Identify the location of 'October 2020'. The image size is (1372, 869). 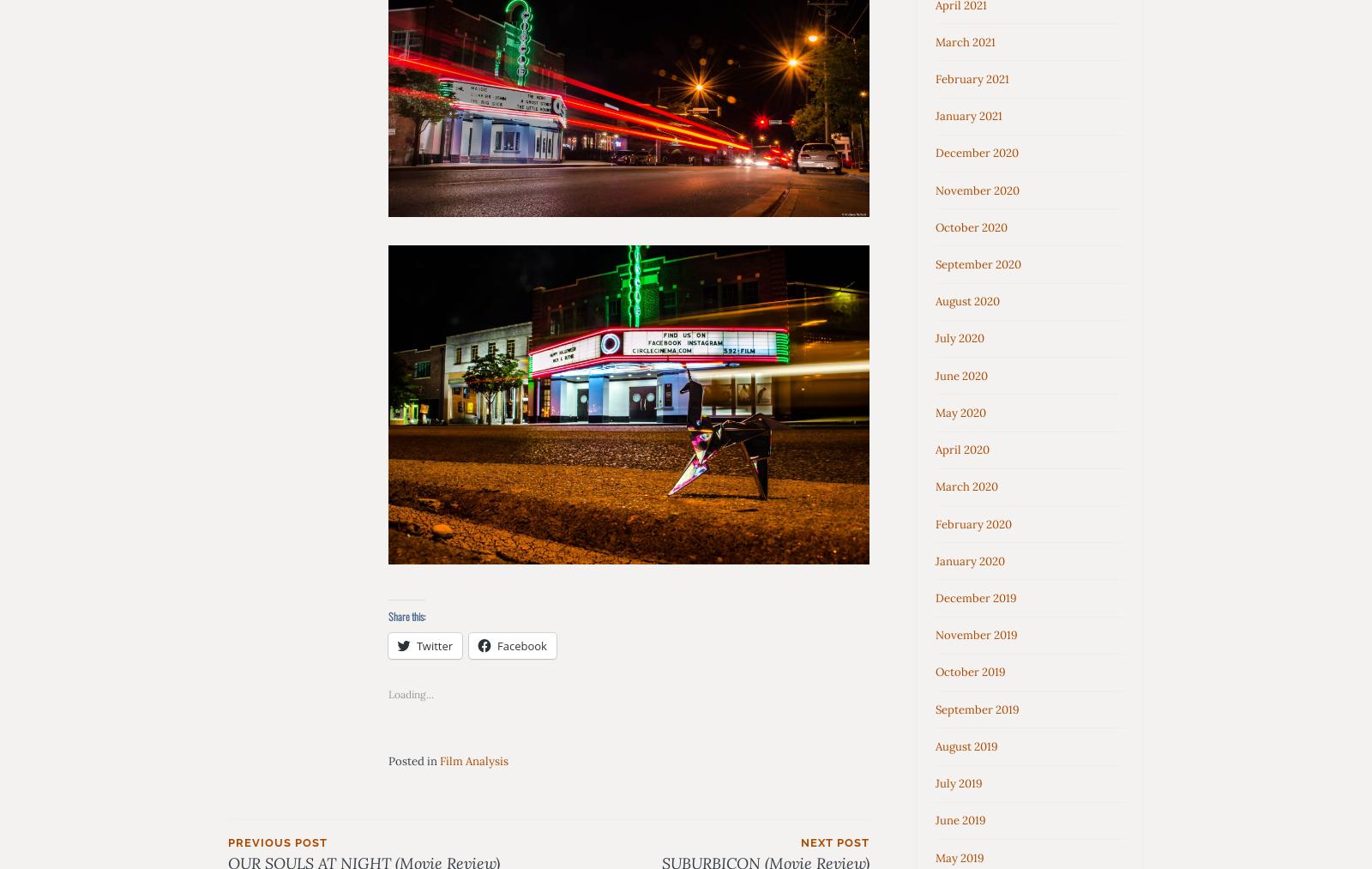
(971, 226).